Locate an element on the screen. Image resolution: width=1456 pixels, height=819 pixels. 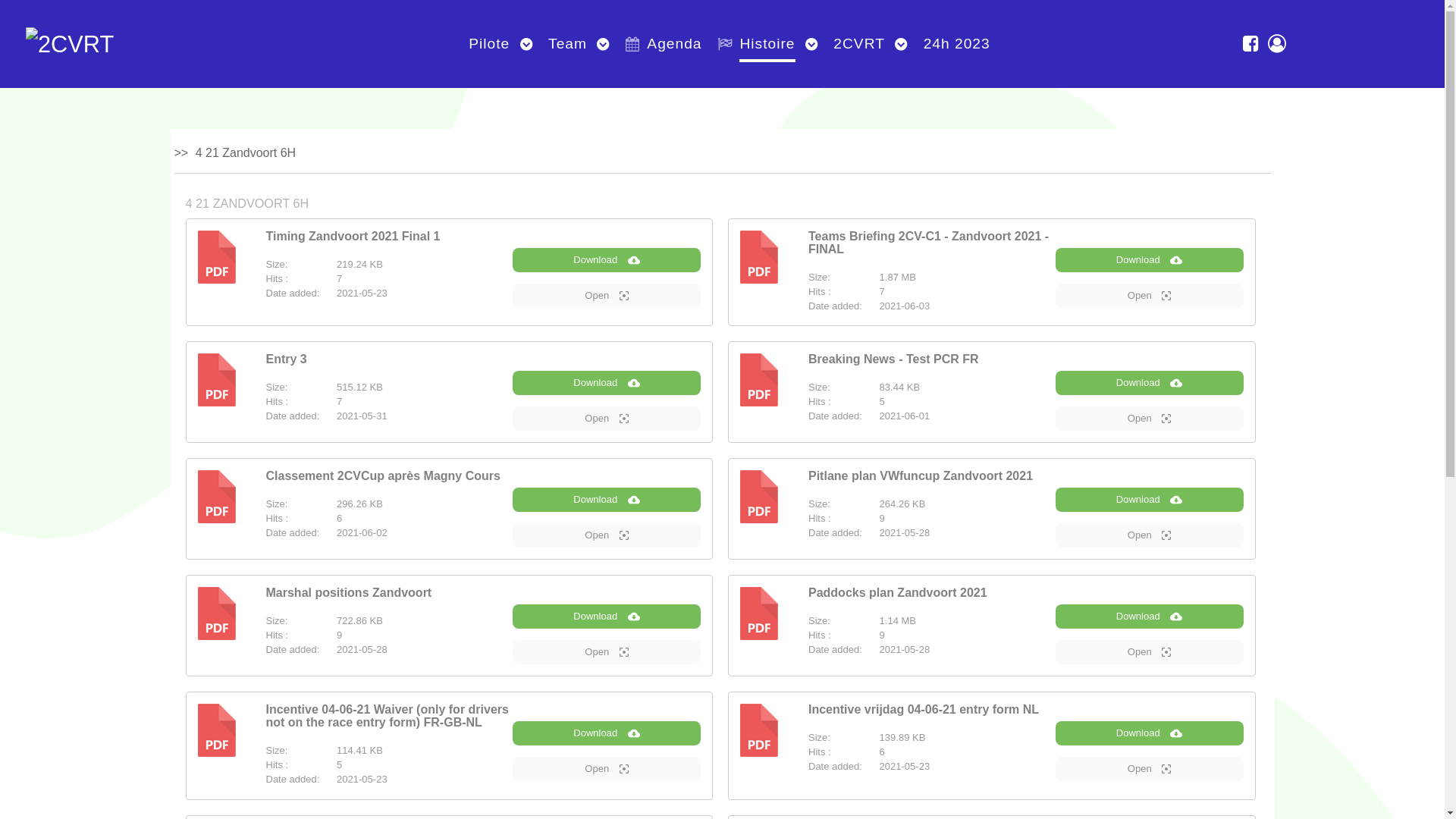
'Paddocks plan Zandvoort 2021' is located at coordinates (807, 591).